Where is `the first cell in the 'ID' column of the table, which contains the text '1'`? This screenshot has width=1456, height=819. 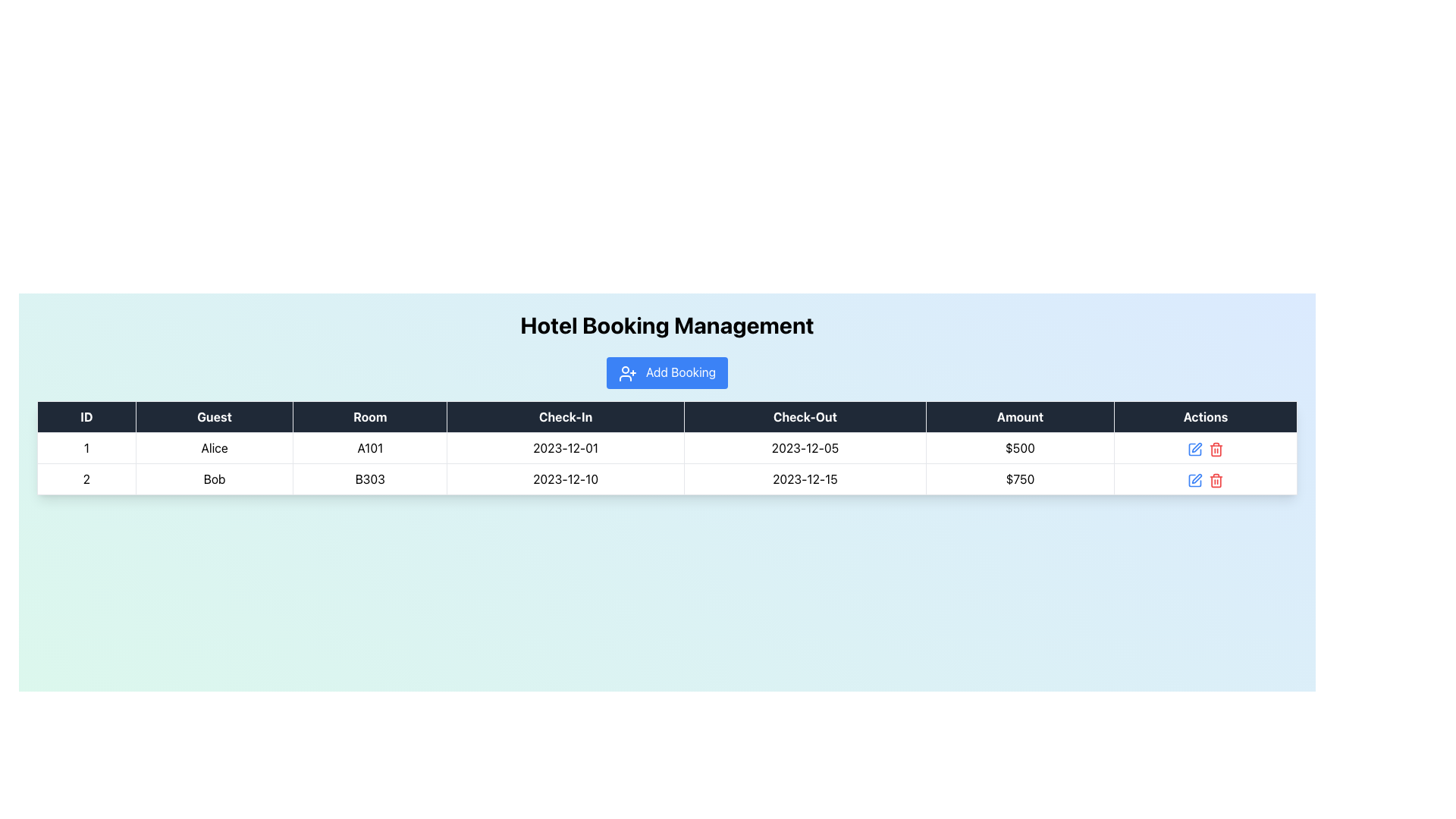 the first cell in the 'ID' column of the table, which contains the text '1' is located at coordinates (86, 447).